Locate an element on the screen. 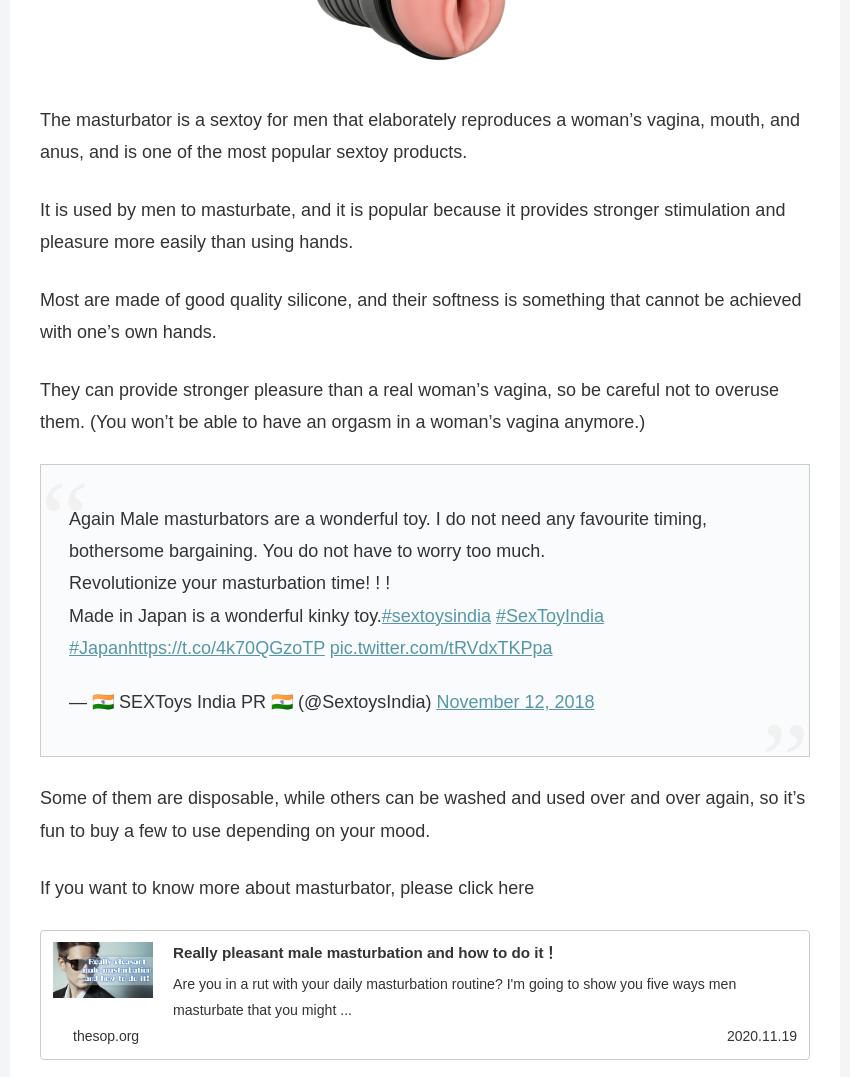 The image size is (850, 1077). 'pic.twitter.com/tRVdxTKPpa' is located at coordinates (439, 649).